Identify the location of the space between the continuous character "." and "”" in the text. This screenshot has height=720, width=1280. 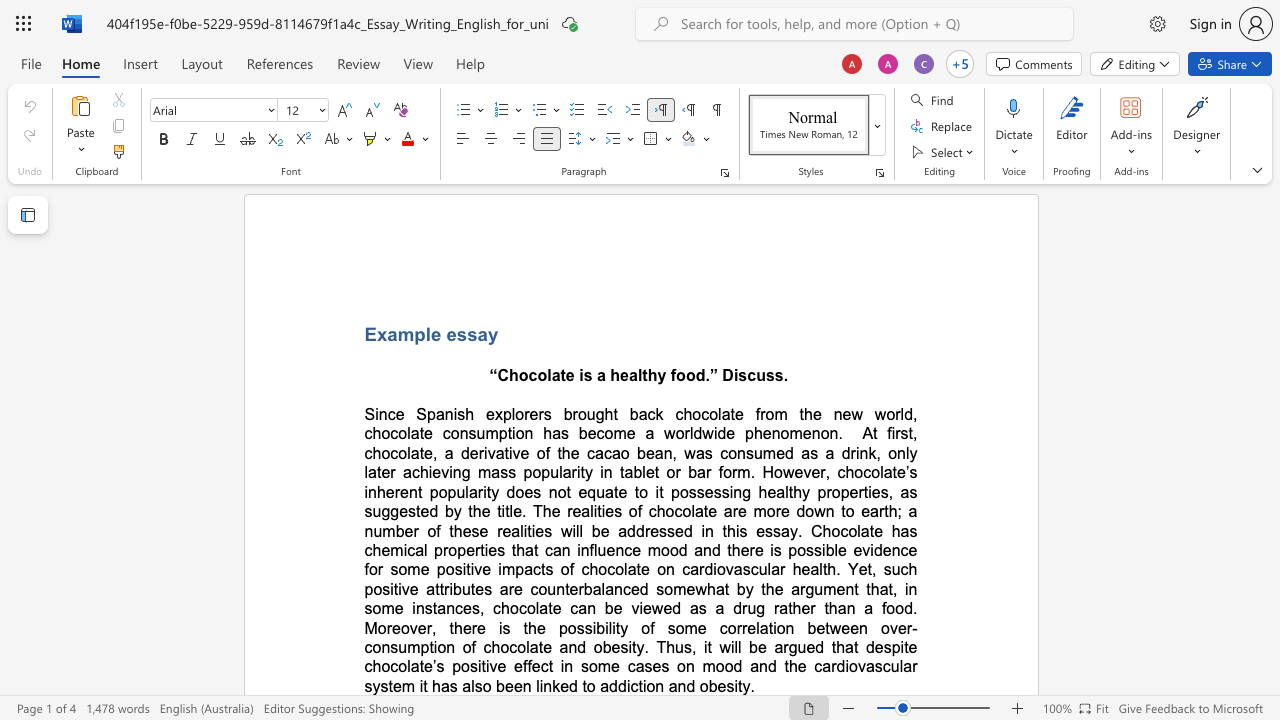
(710, 375).